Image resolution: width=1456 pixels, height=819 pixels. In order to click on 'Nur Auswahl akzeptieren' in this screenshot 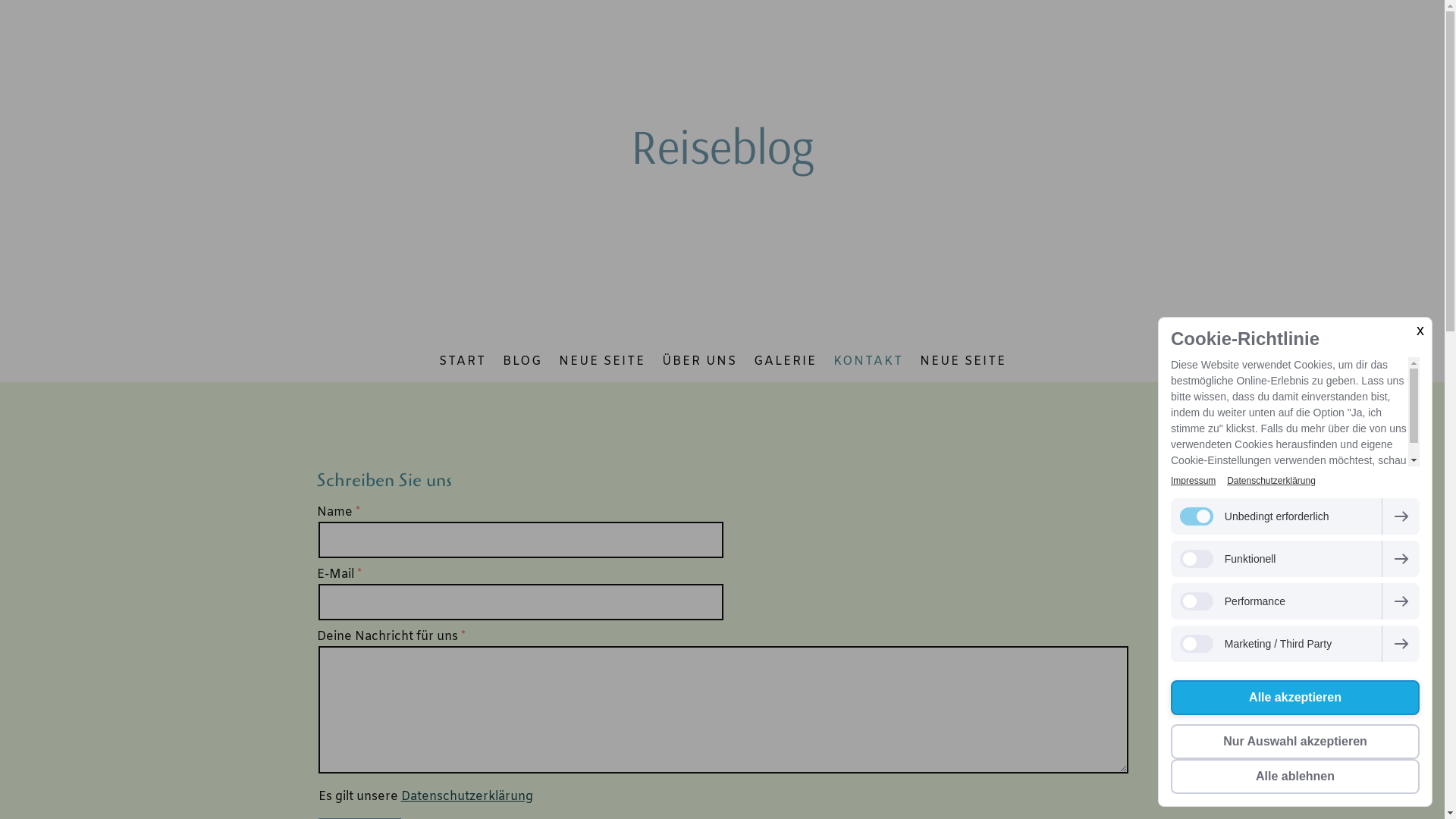, I will do `click(1294, 741)`.